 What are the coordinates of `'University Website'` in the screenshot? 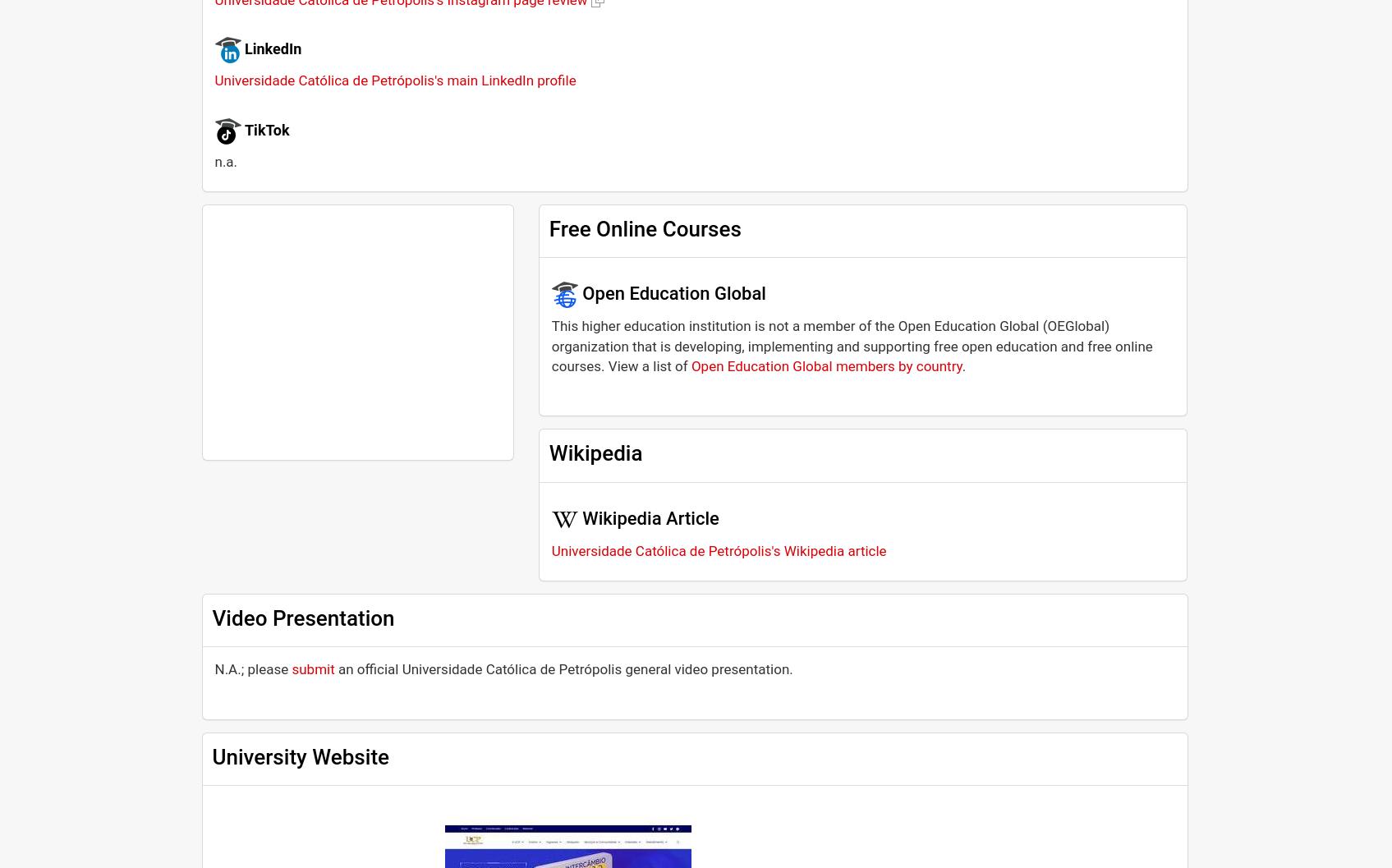 It's located at (299, 755).